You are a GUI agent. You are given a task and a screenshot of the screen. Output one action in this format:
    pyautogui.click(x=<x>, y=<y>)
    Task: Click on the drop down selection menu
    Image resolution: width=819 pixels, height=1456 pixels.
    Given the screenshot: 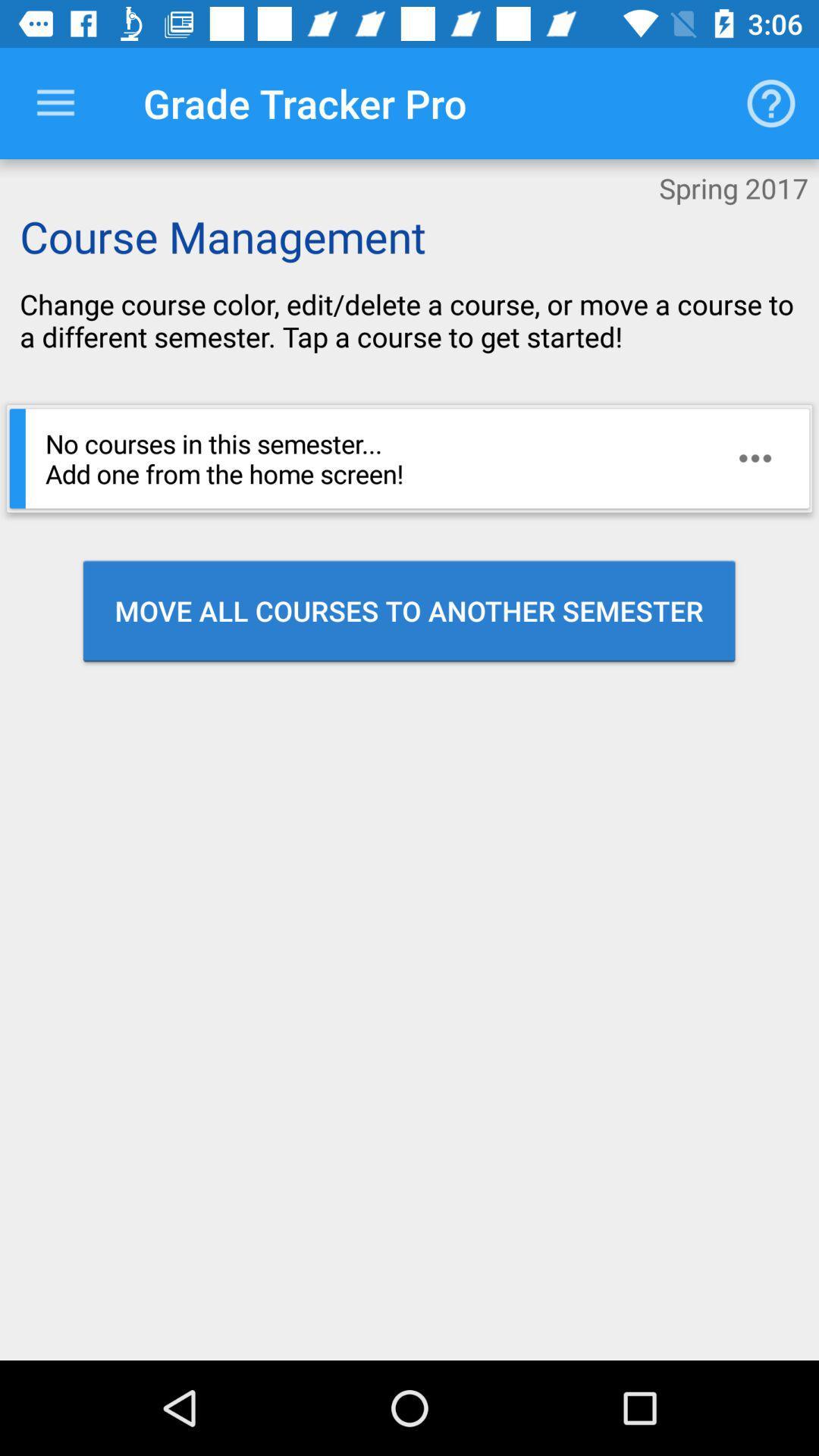 What is the action you would take?
    pyautogui.click(x=55, y=102)
    